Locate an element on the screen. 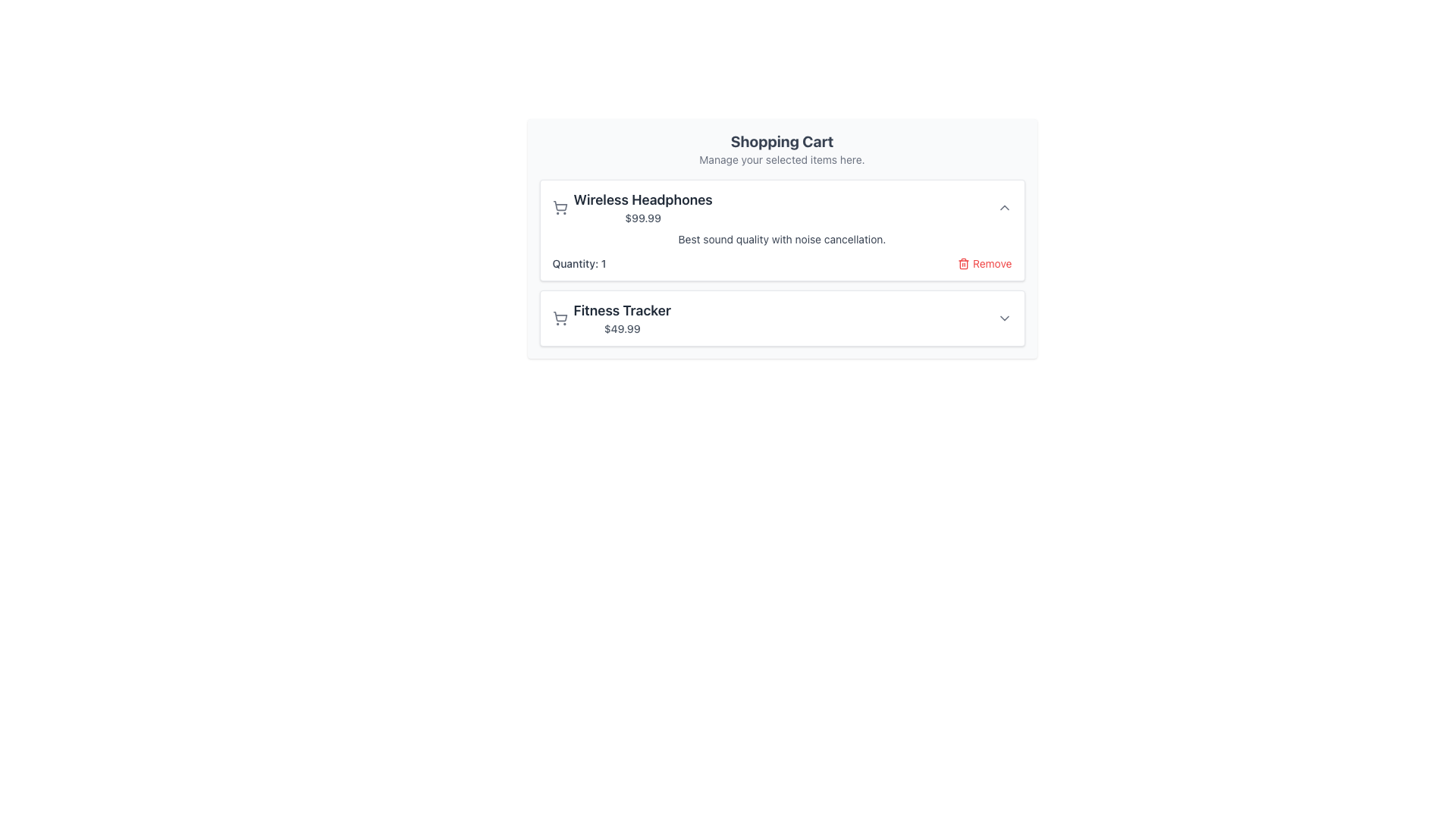 The height and width of the screenshot is (819, 1456). the text displayed in the TextBlock that shows the name and price of the product in the shopping cart, located to the right of the shopping cart icon and above the product description is located at coordinates (643, 207).